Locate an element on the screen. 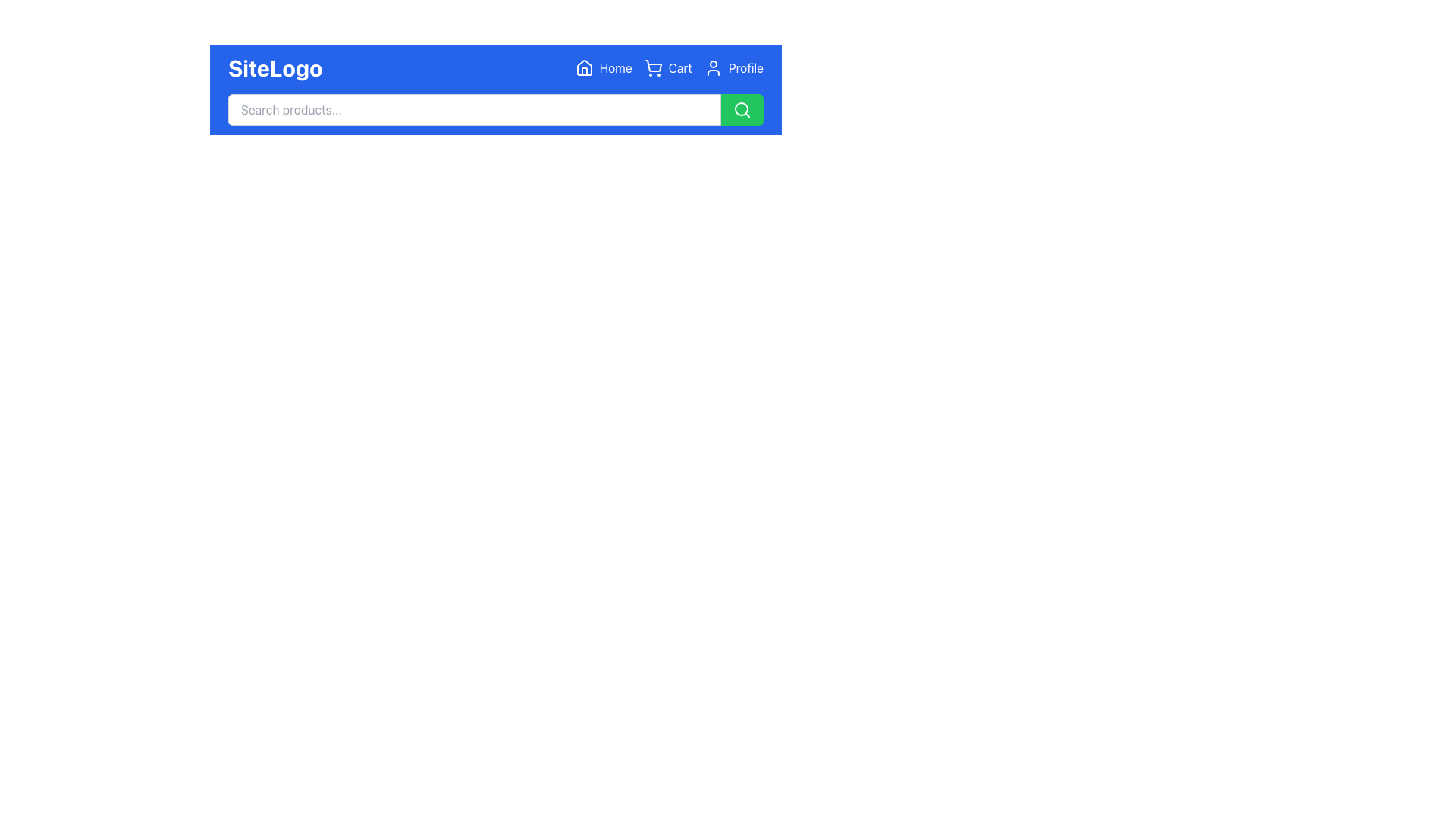 This screenshot has width=1456, height=819. the 'SiteLogo' text label, which is the first item on the left in the header section, displayed in bold, large white typography against a blue background is located at coordinates (275, 67).